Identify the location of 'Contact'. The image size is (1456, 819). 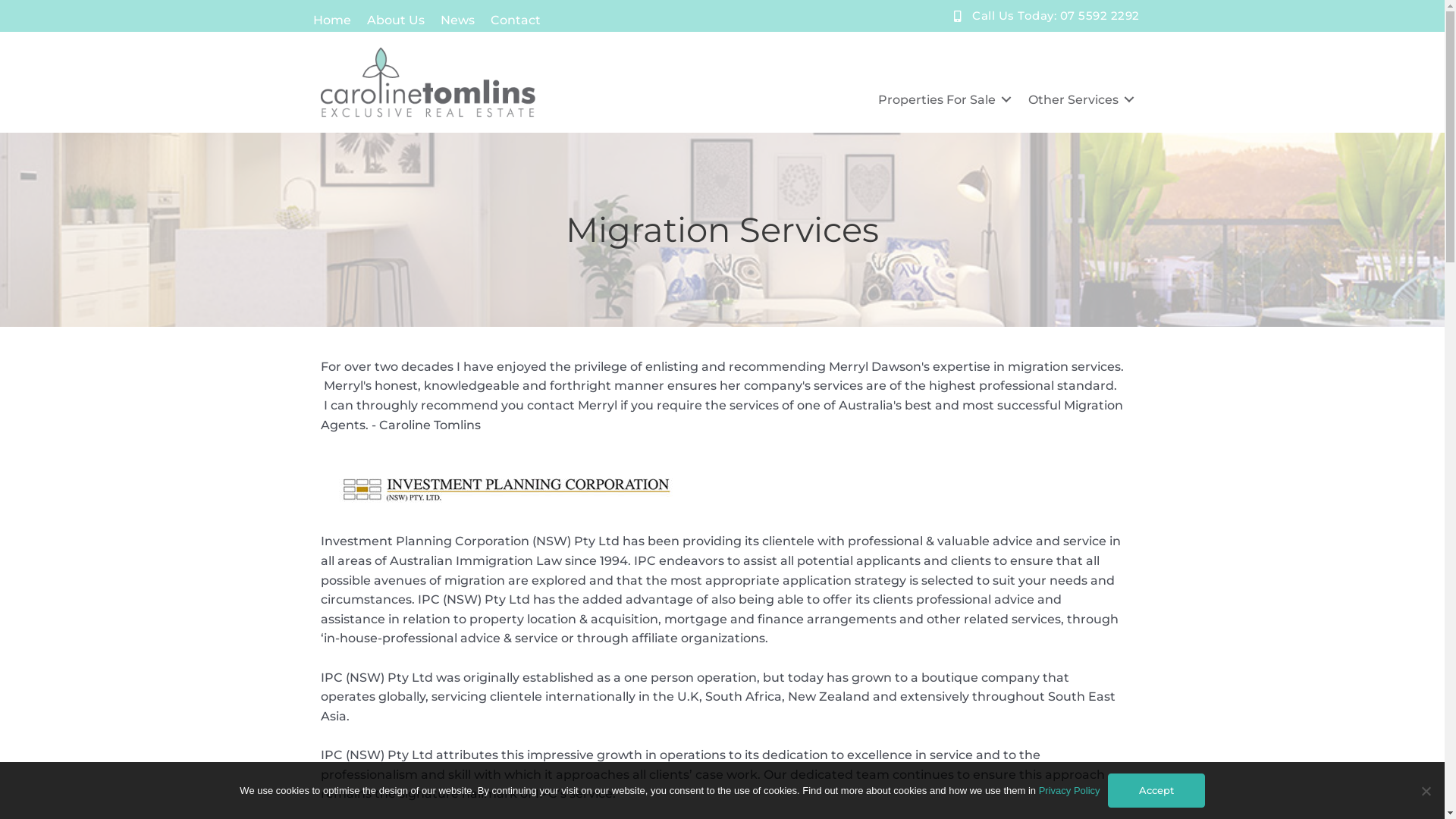
(514, 19).